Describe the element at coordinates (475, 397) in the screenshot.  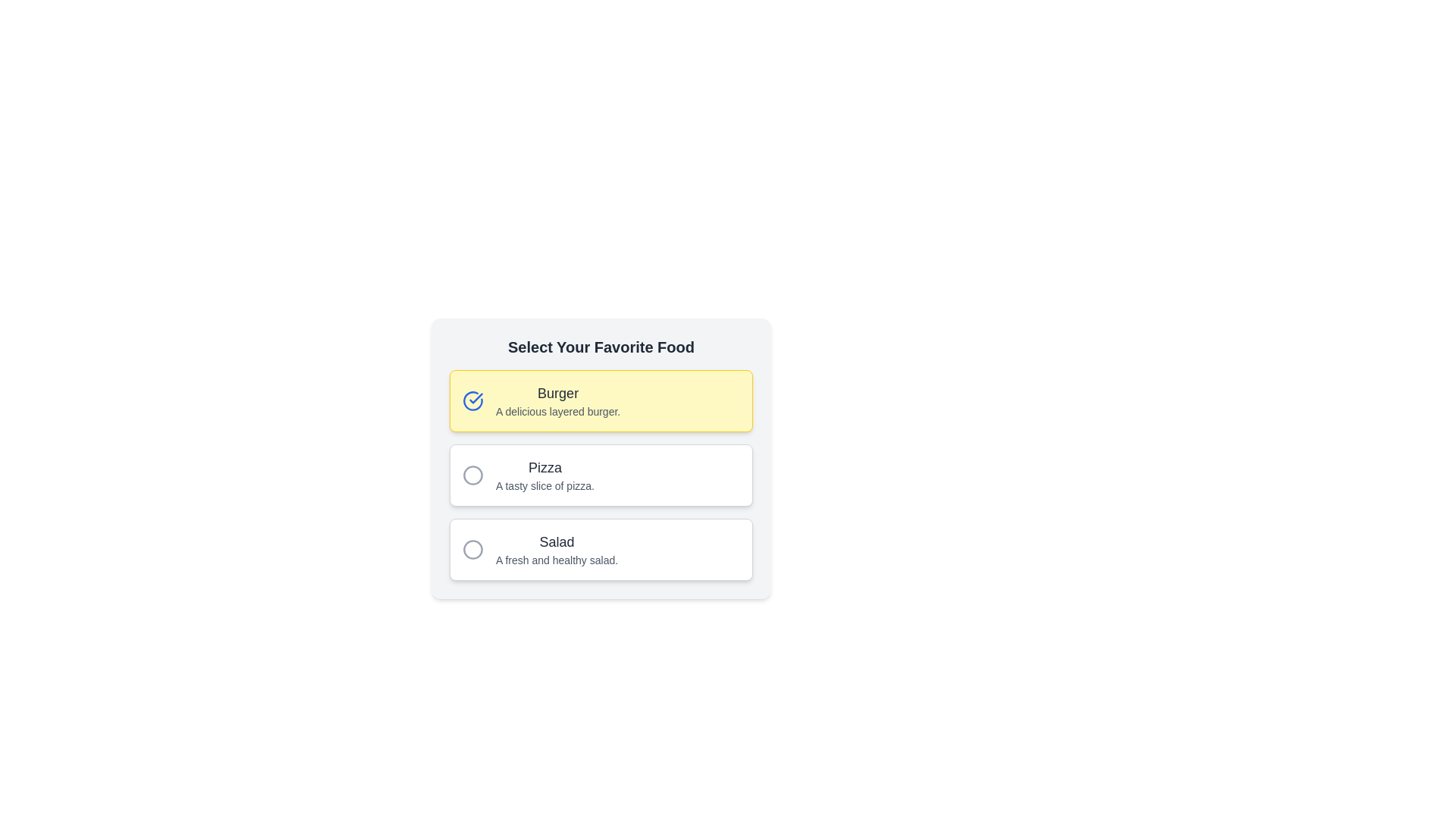
I see `the checkmark icon indicating the selection of the associated food option located inside a circular icon to the left of the 'Burger' option in the 'Select Your Favorite Food' questionnaire` at that location.